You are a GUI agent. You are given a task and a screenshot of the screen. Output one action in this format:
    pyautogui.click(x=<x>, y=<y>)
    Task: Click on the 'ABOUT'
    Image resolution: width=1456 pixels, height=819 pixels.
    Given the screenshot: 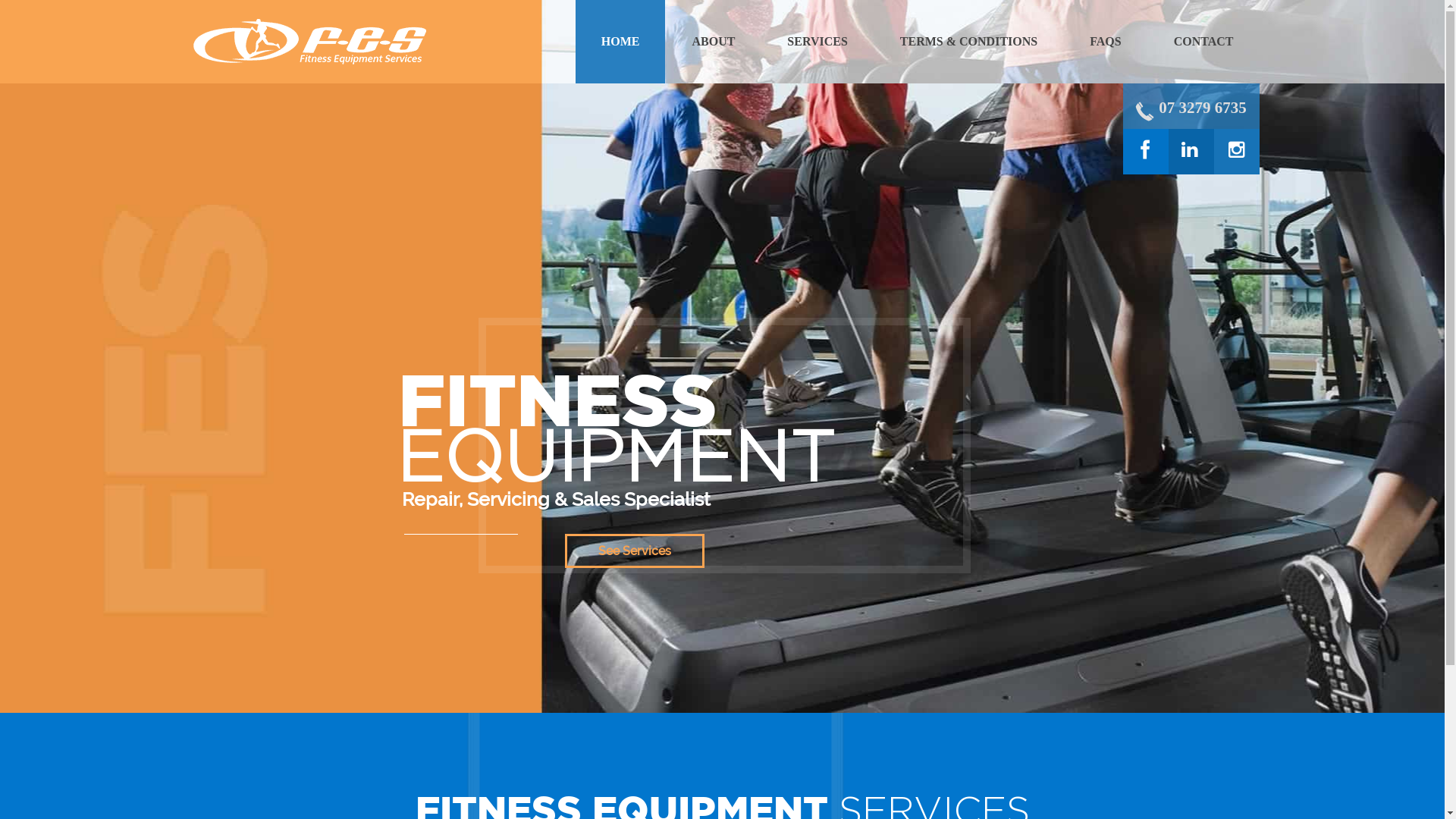 What is the action you would take?
    pyautogui.click(x=712, y=40)
    